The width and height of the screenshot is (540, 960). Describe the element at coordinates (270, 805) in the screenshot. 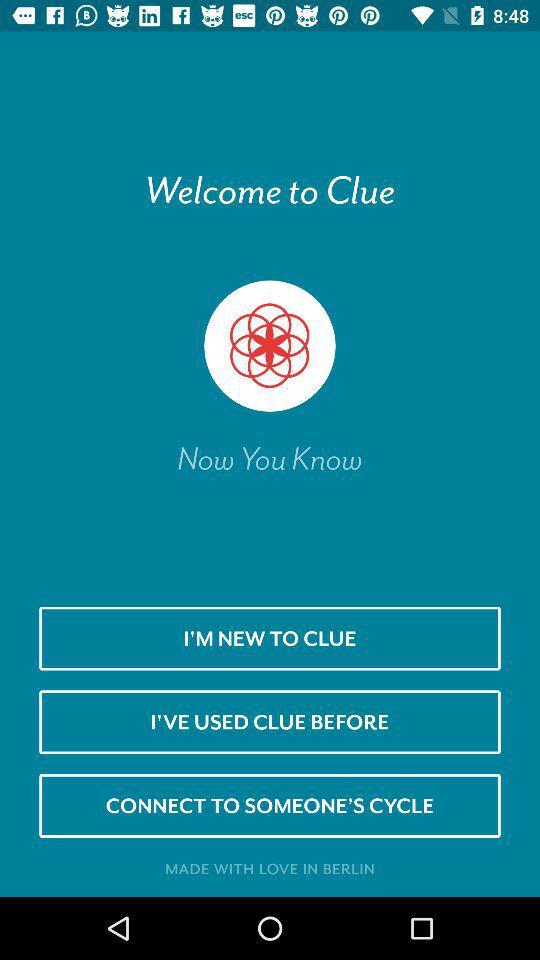

I see `connect to someone icon` at that location.